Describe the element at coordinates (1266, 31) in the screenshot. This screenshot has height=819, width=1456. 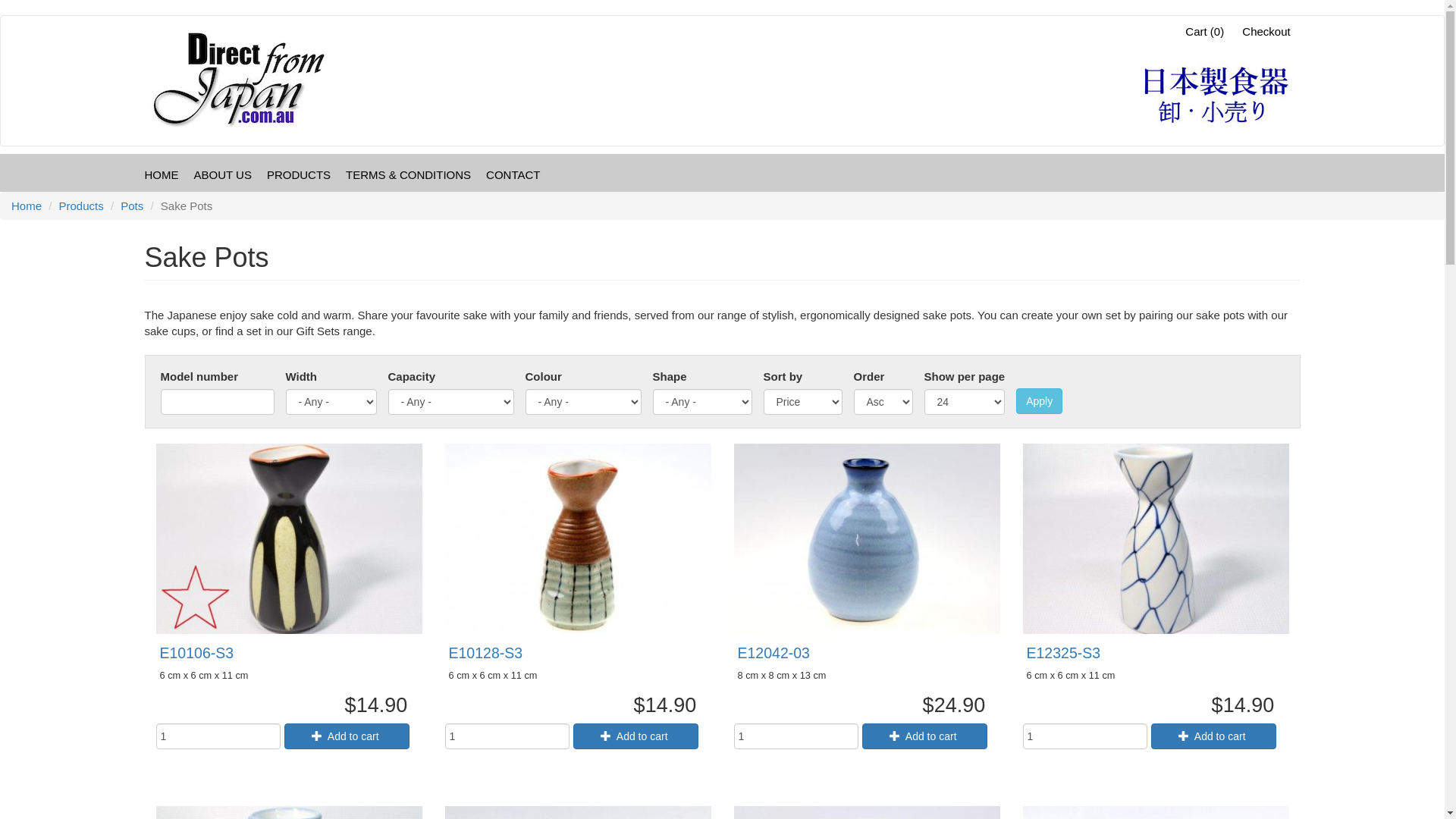
I see `'Checkout'` at that location.